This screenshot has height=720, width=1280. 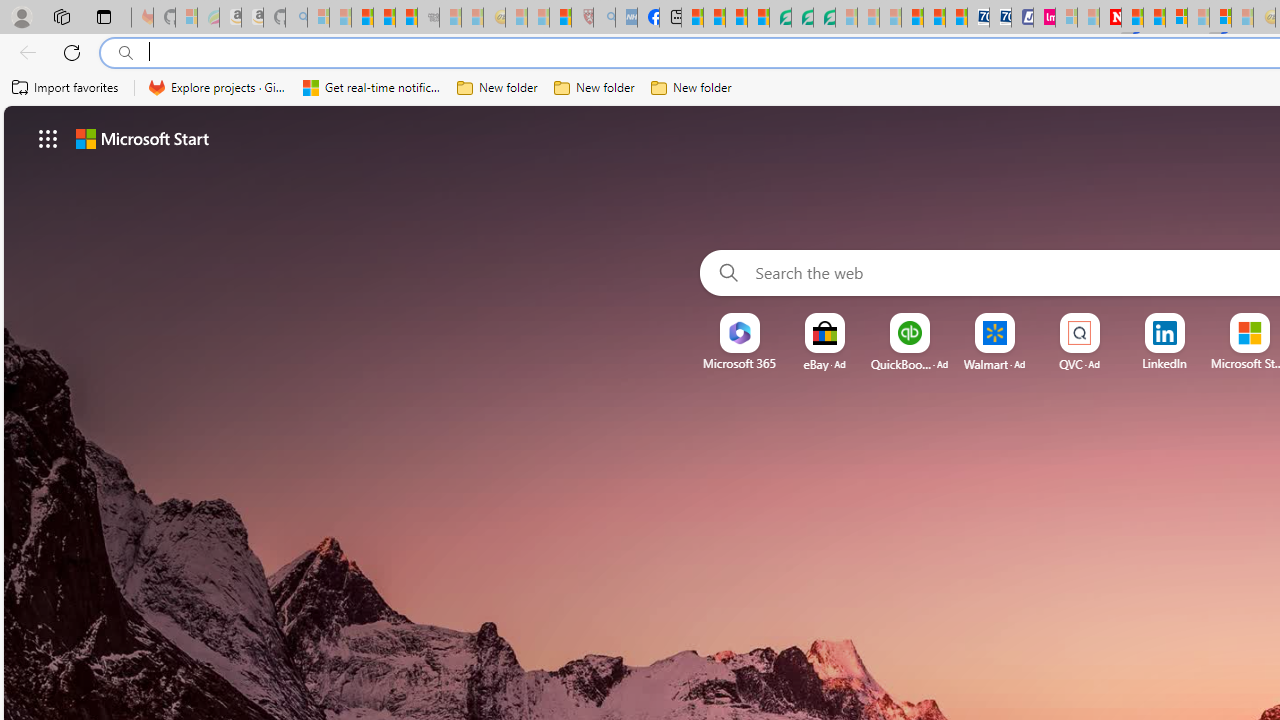 I want to click on 'Jobs - lastminute.com Investor Portal', so click(x=1043, y=17).